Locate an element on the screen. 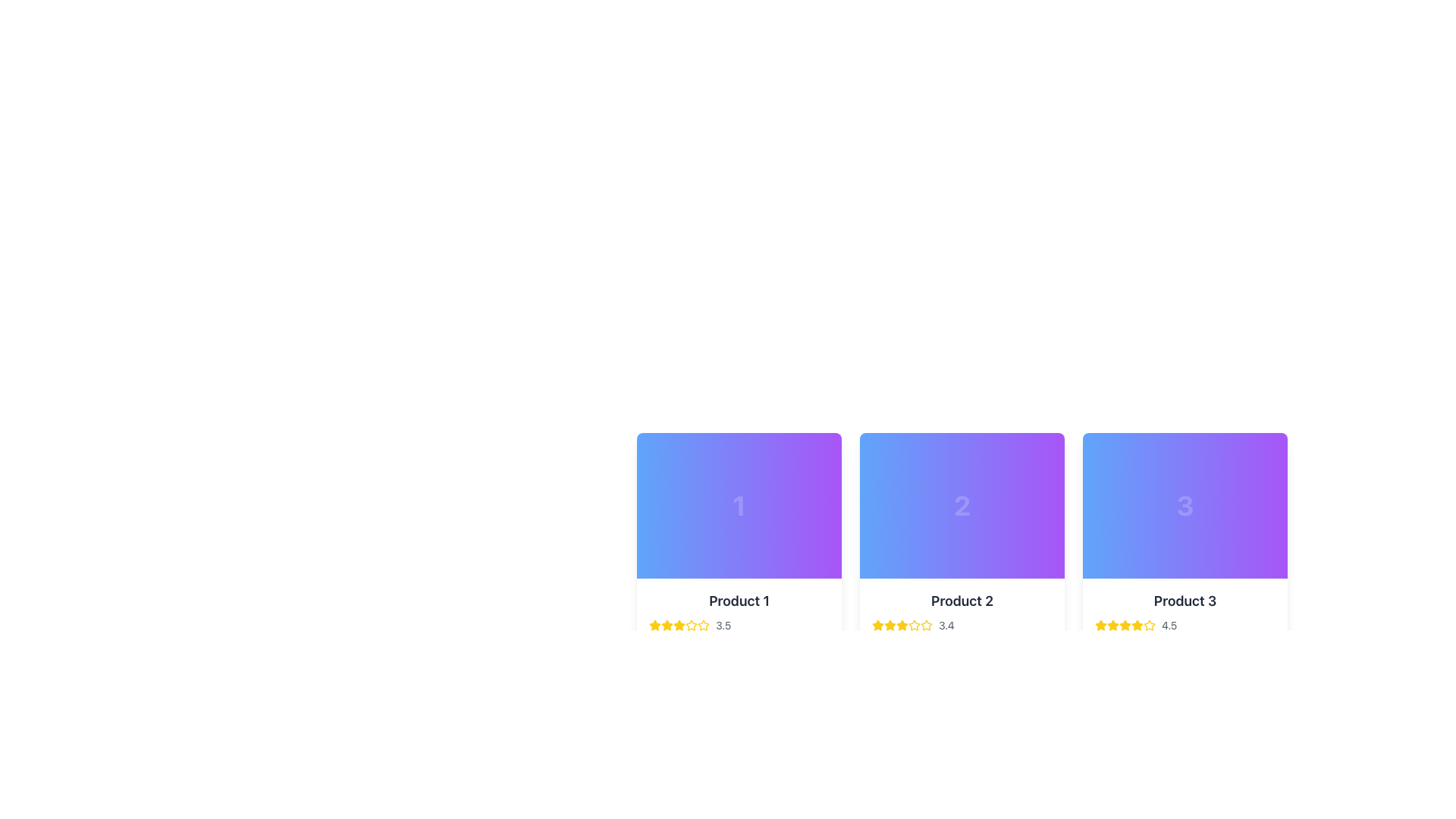  the text label that serves as the title of the product, positioned centrally within the bottom section of the third card in the product grid is located at coordinates (1185, 601).